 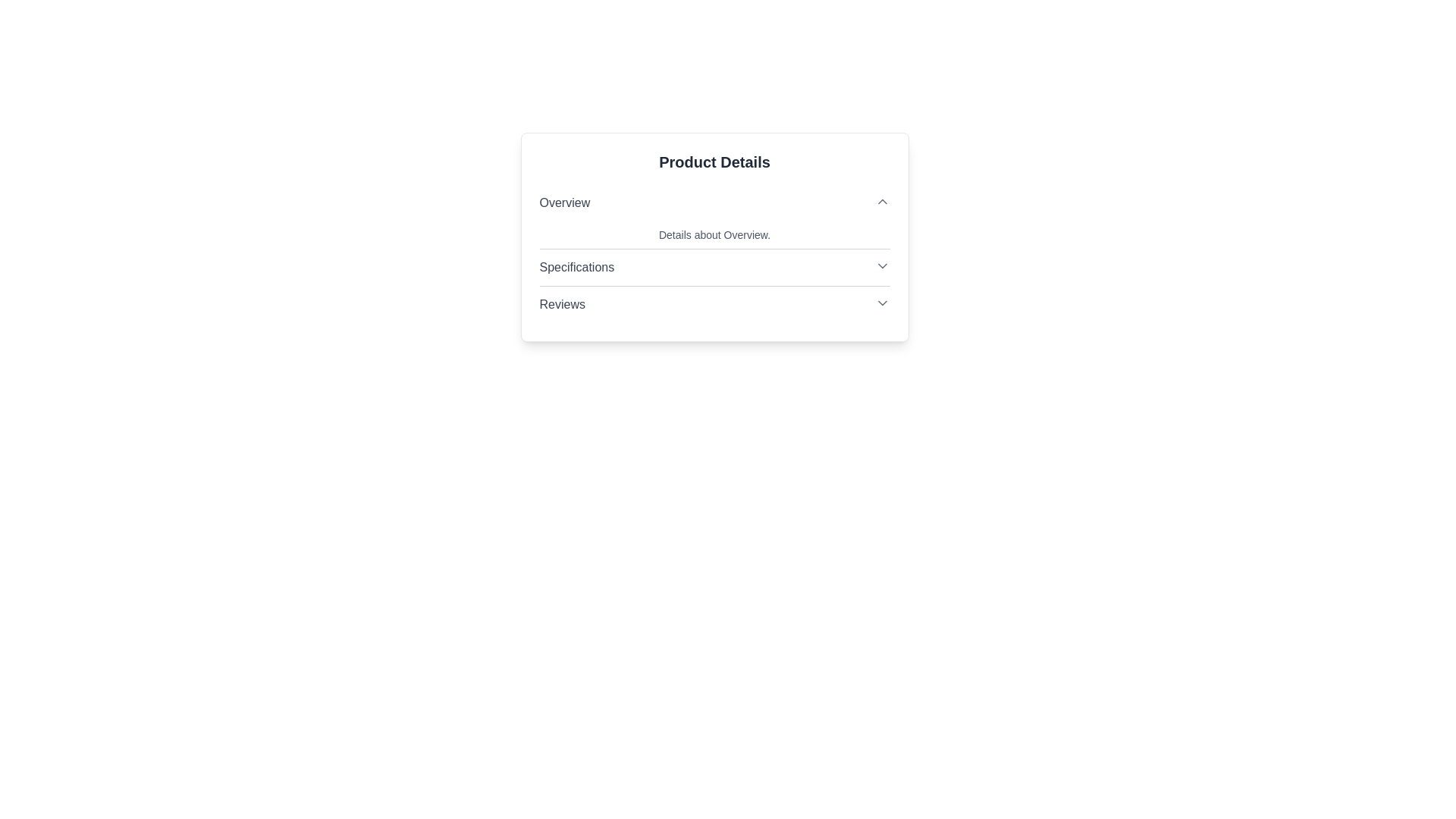 I want to click on the text block displaying 'Details about Overview' which is styled in a small gray font and located below the 'Overview' header in the 'Product Details' card, so click(x=714, y=234).